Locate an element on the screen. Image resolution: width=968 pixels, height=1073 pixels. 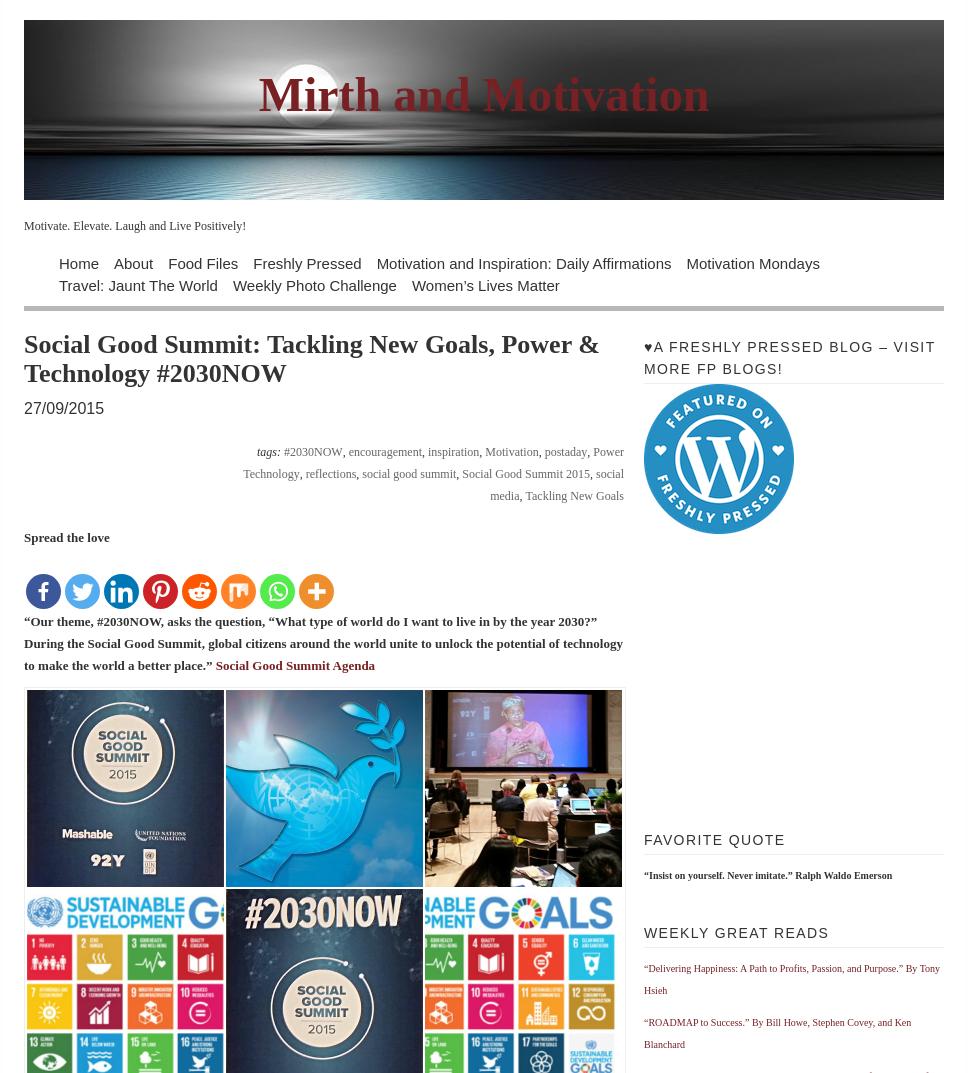
'Favorite Quote' is located at coordinates (713, 839).